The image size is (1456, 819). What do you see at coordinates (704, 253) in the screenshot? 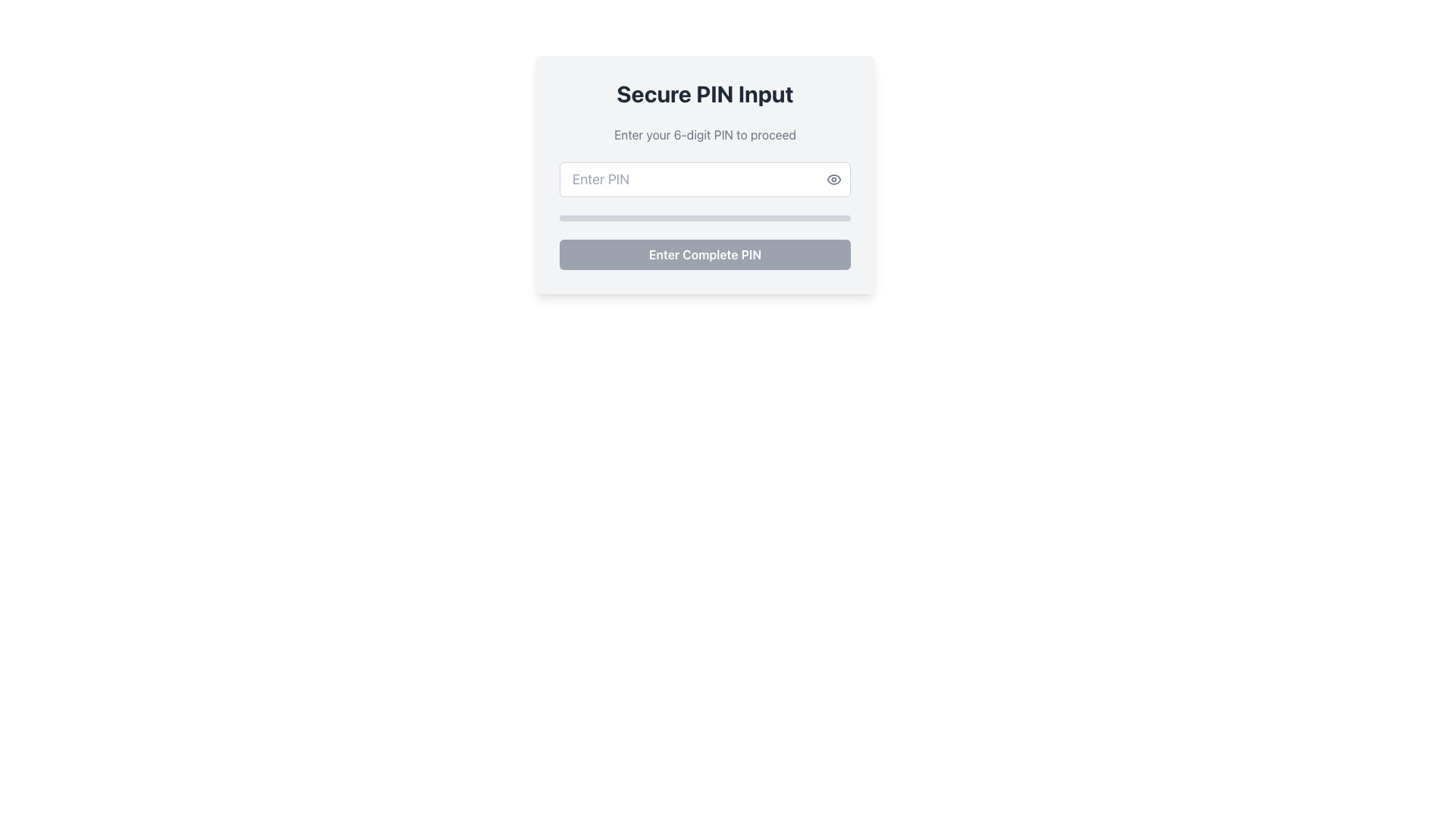
I see `the static text label that instructs the user to enter their complete PIN, which is located at the center of a gray button in the modal titled 'Secure PIN Input'` at bounding box center [704, 253].